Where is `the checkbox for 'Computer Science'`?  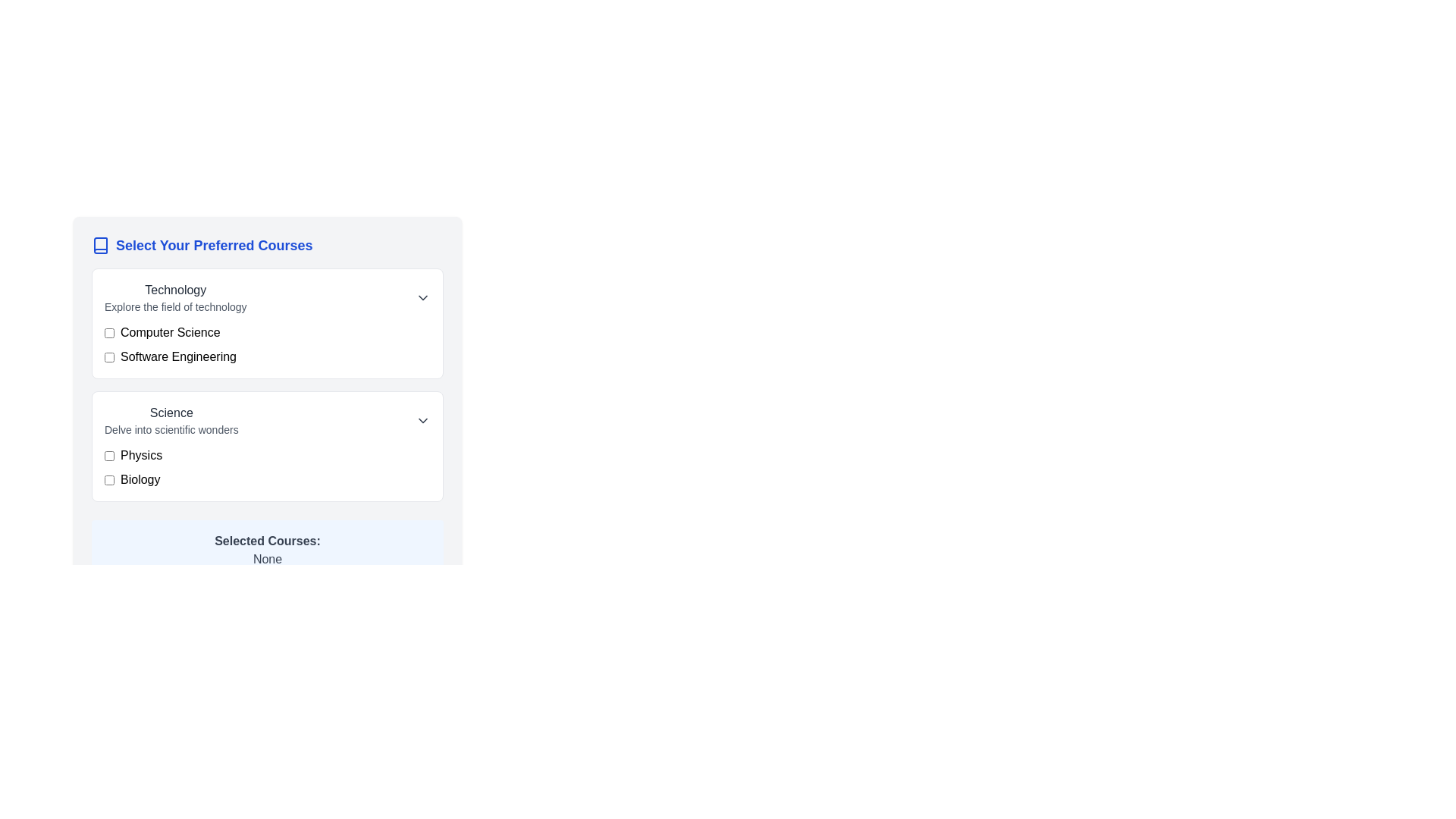
the checkbox for 'Computer Science' is located at coordinates (268, 332).